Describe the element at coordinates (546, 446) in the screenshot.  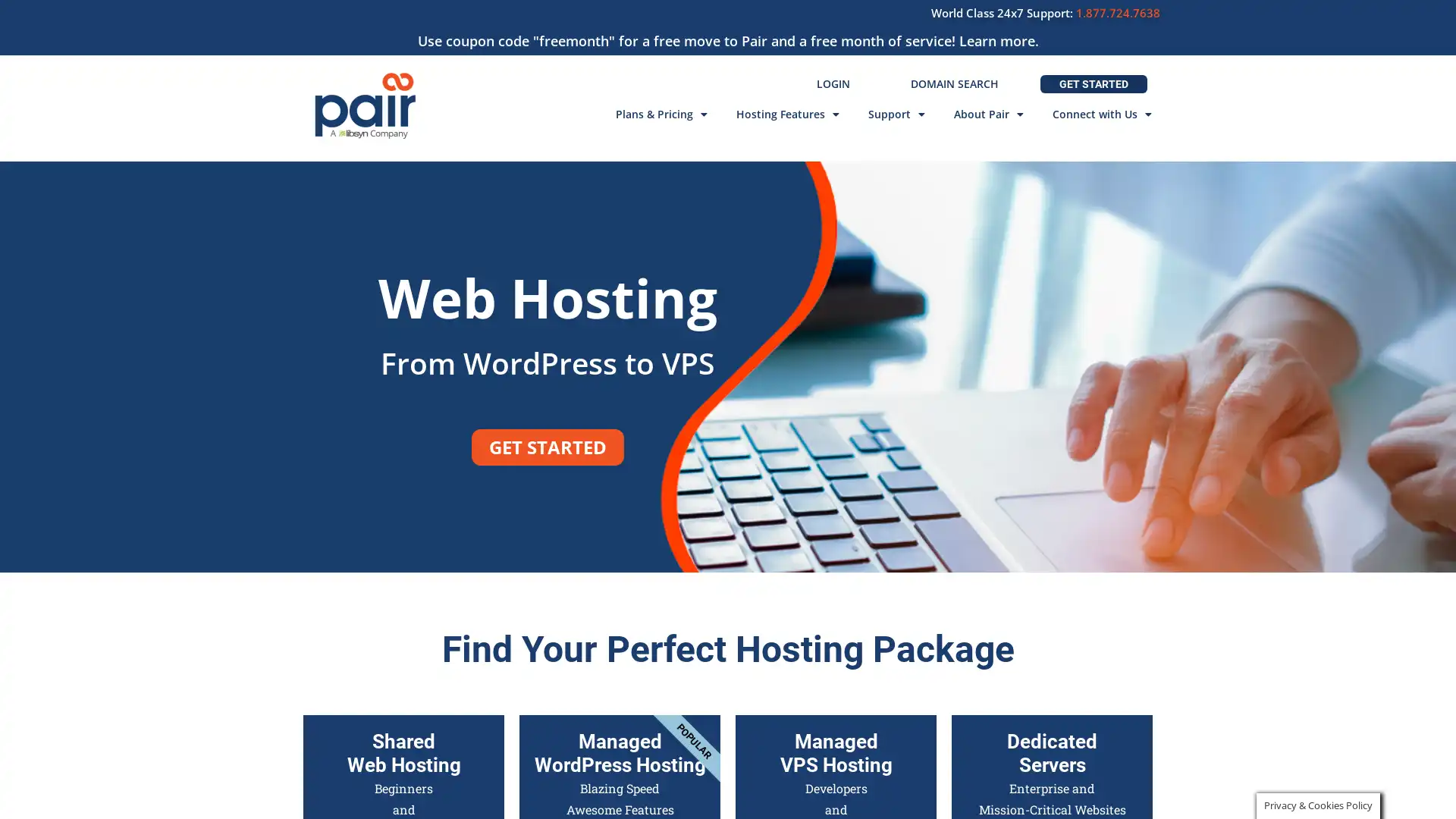
I see `GET STARTED` at that location.